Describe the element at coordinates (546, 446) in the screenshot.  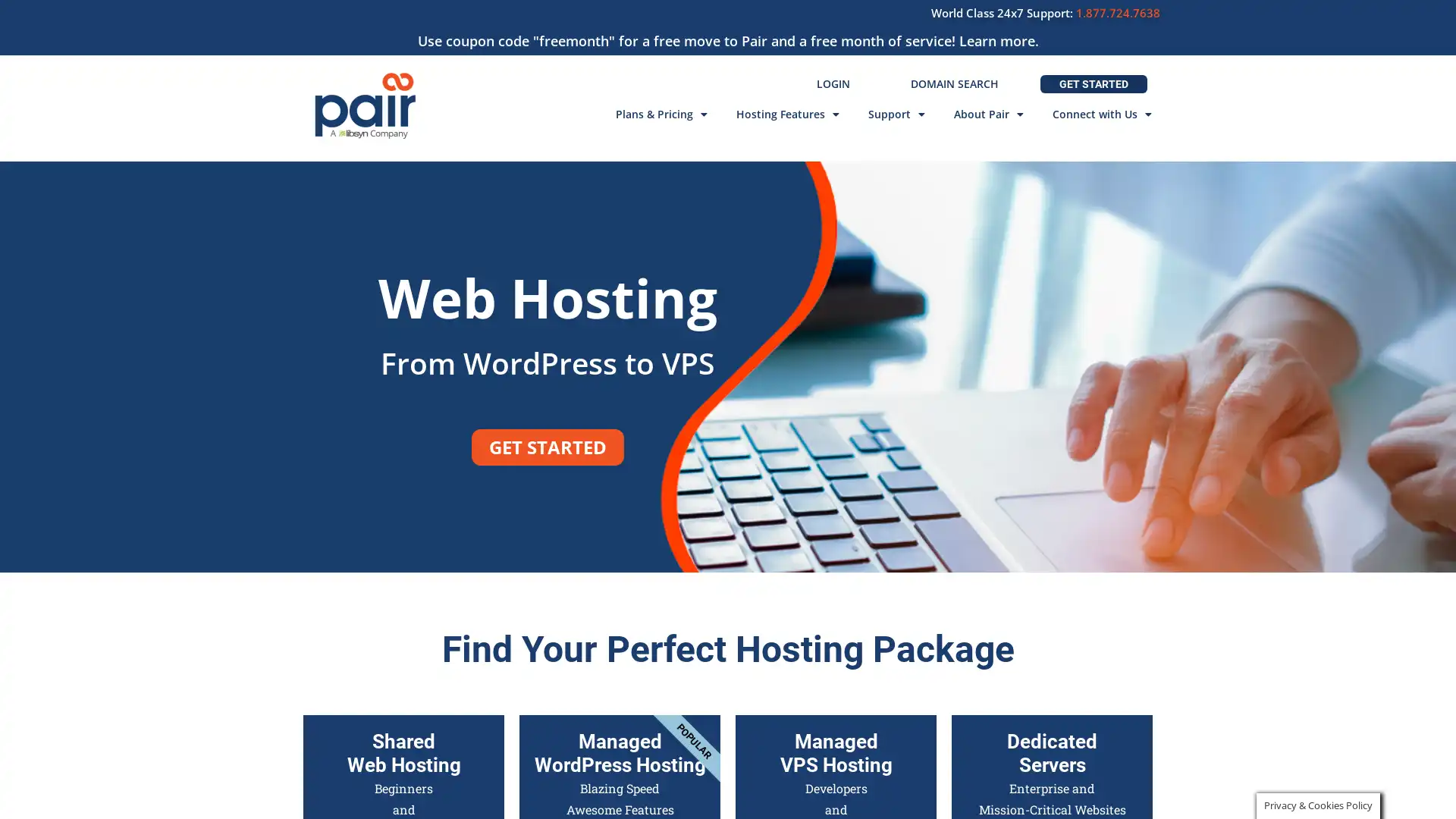
I see `GET STARTED` at that location.